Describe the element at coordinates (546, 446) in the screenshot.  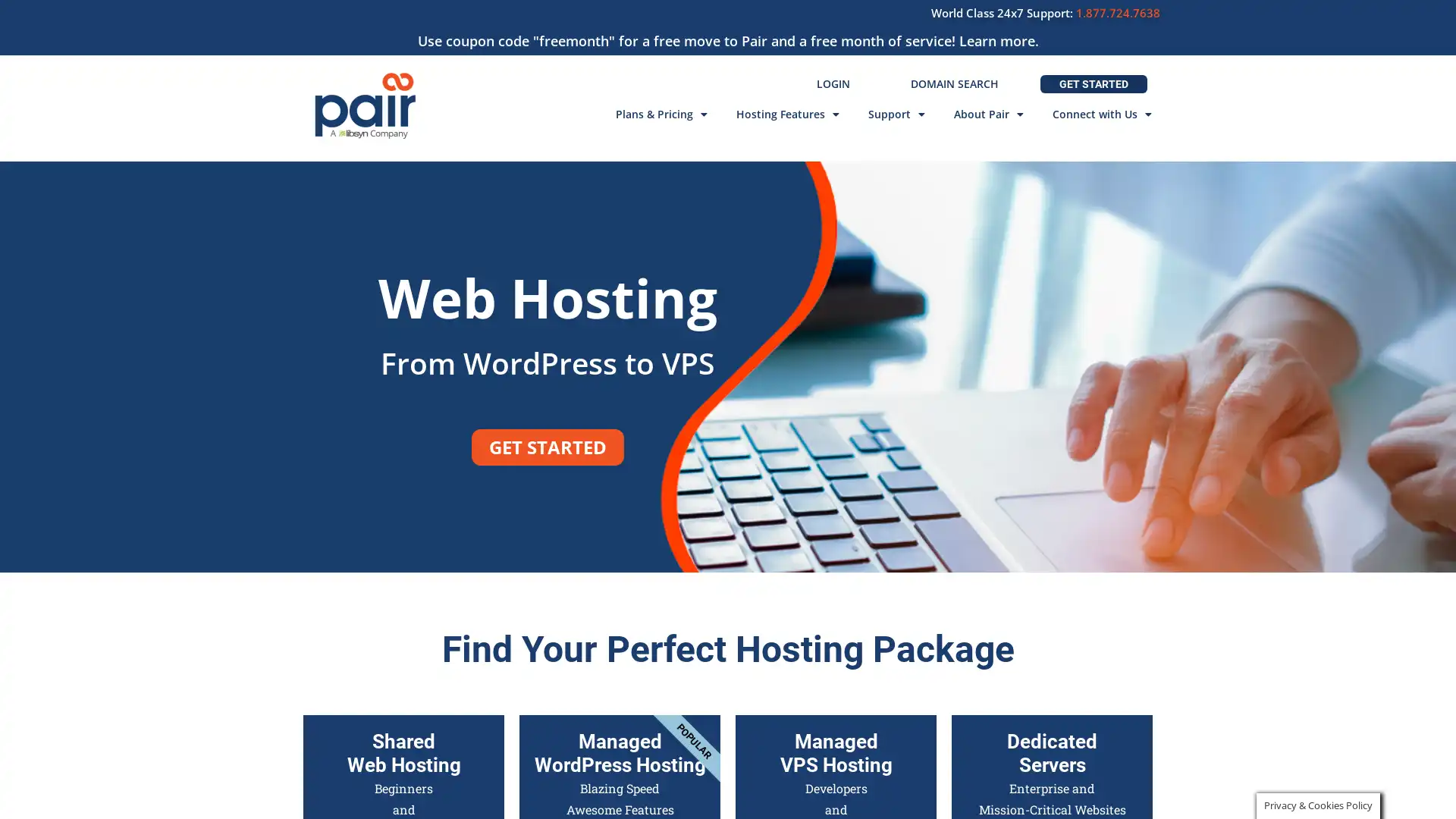
I see `GET STARTED` at that location.